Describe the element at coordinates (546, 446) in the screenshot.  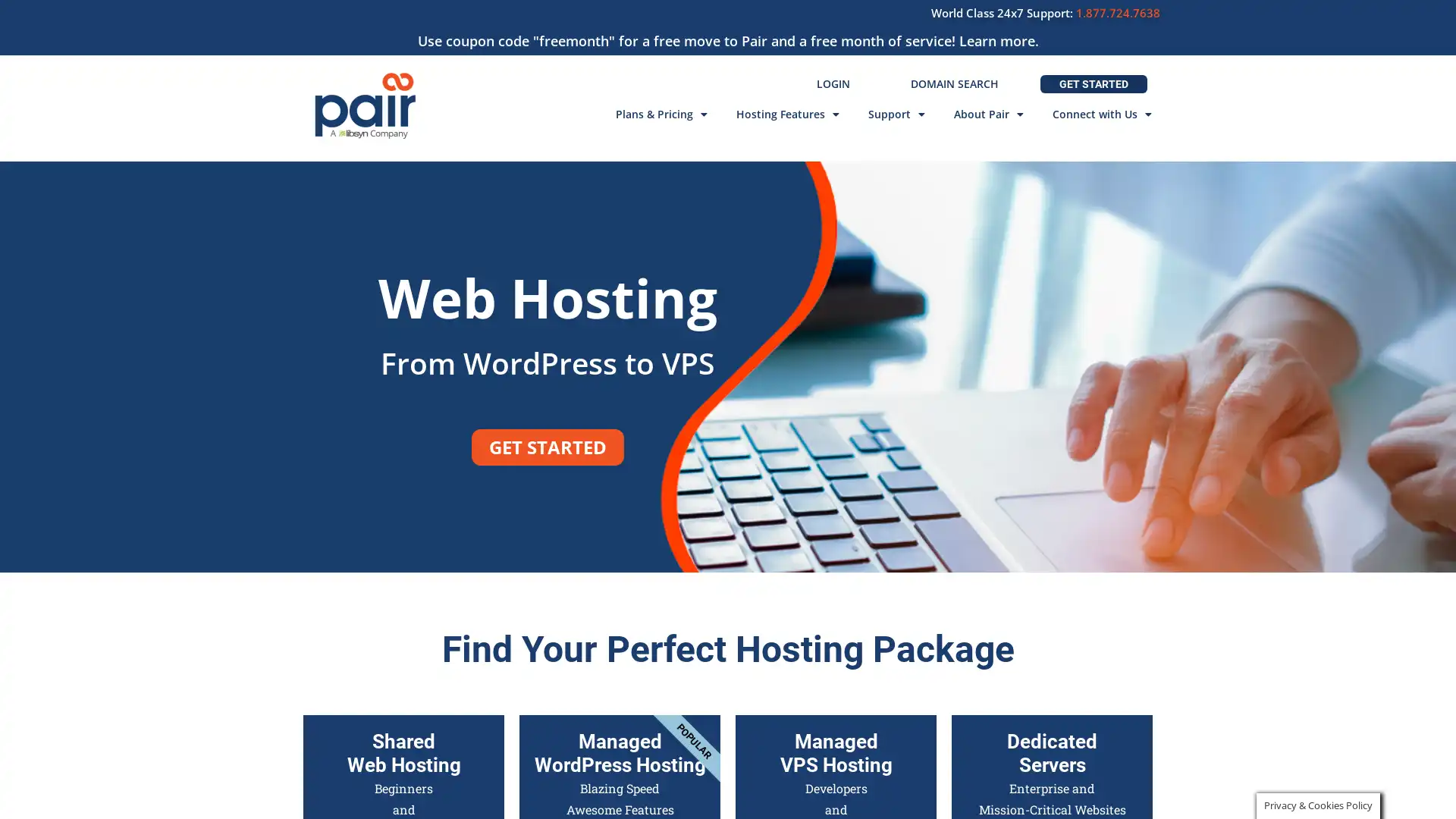
I see `GET STARTED` at that location.